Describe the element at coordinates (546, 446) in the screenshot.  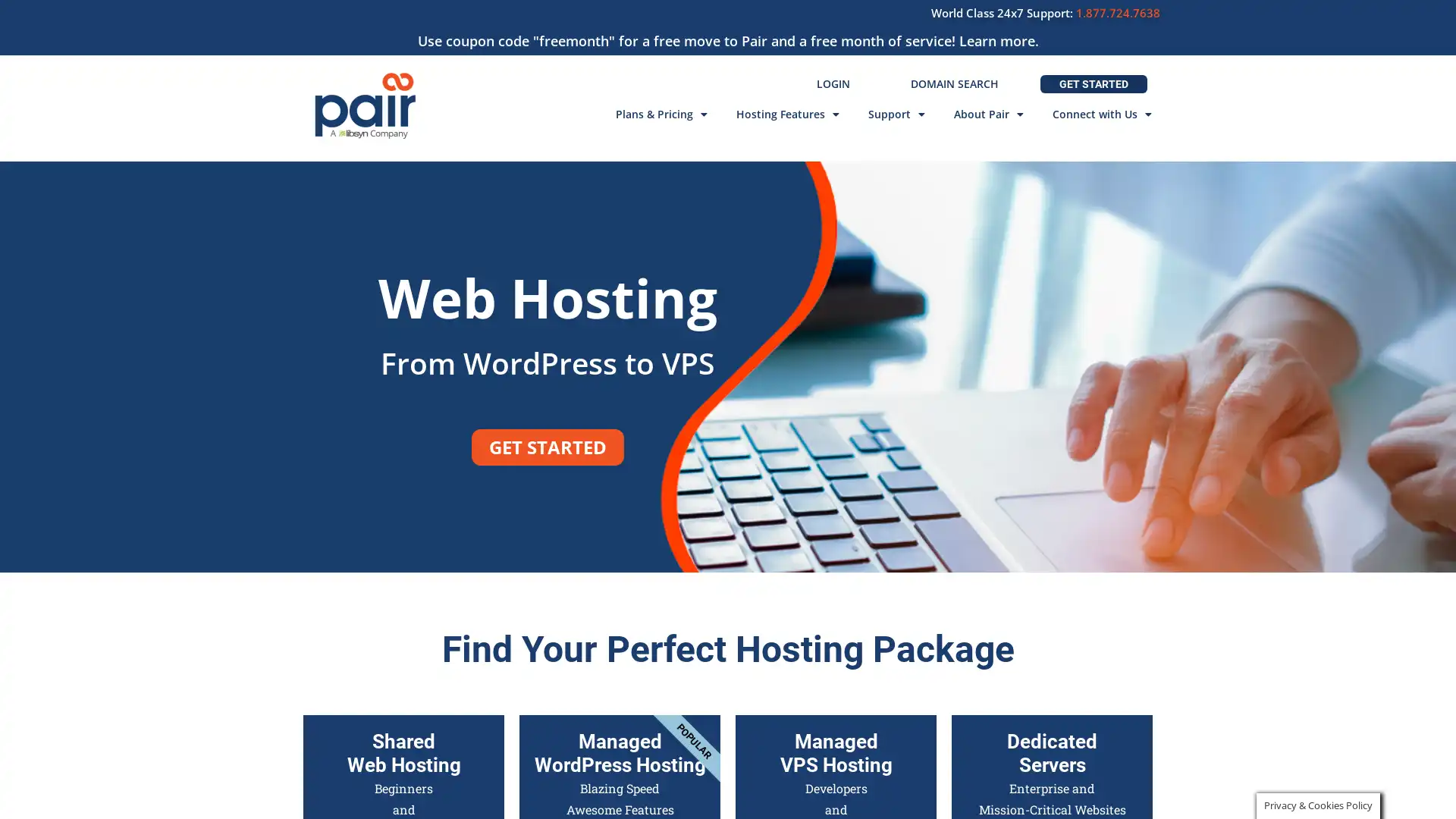
I see `GET STARTED` at that location.